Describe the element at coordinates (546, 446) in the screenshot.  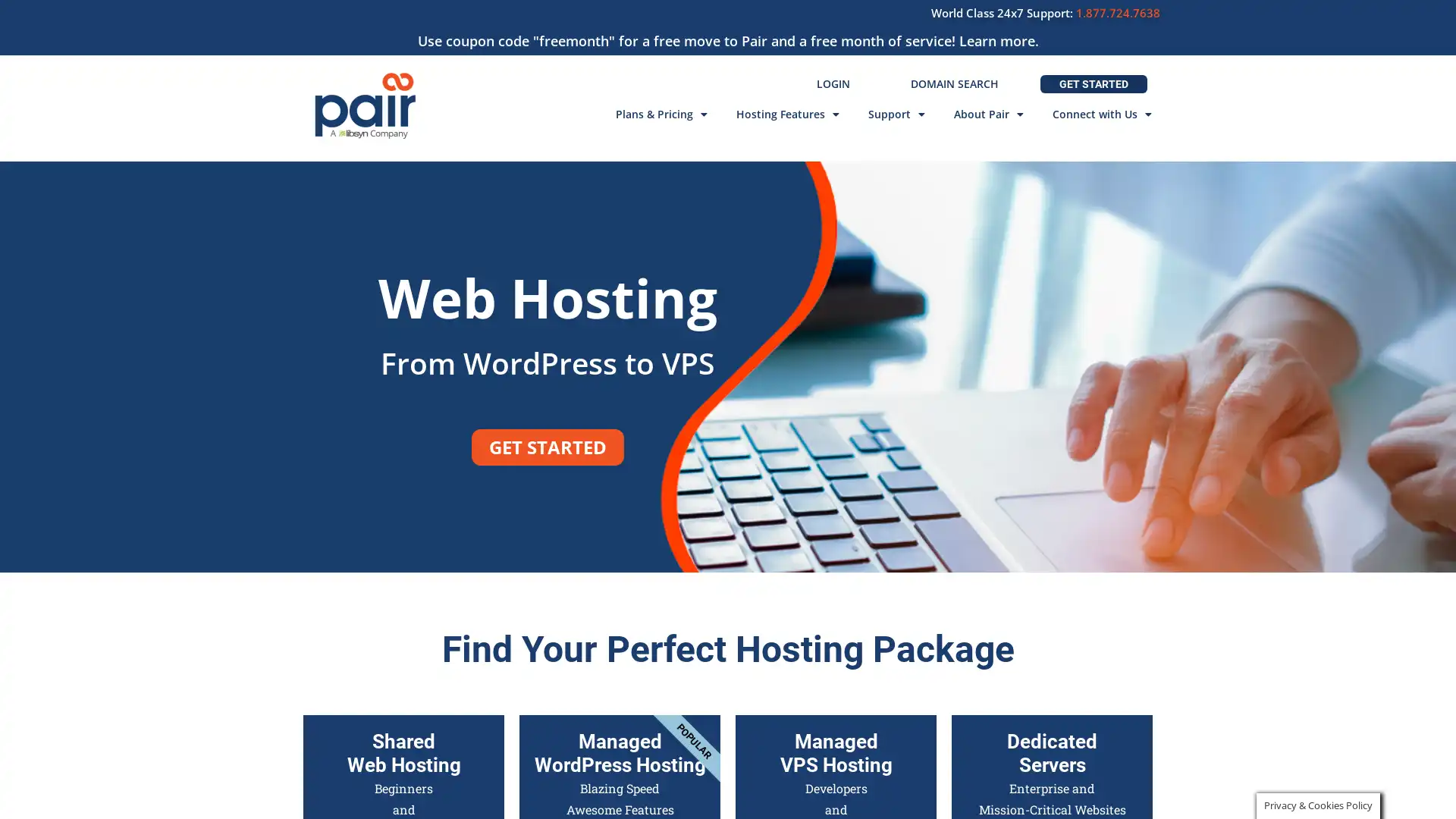
I see `GET STARTED` at that location.